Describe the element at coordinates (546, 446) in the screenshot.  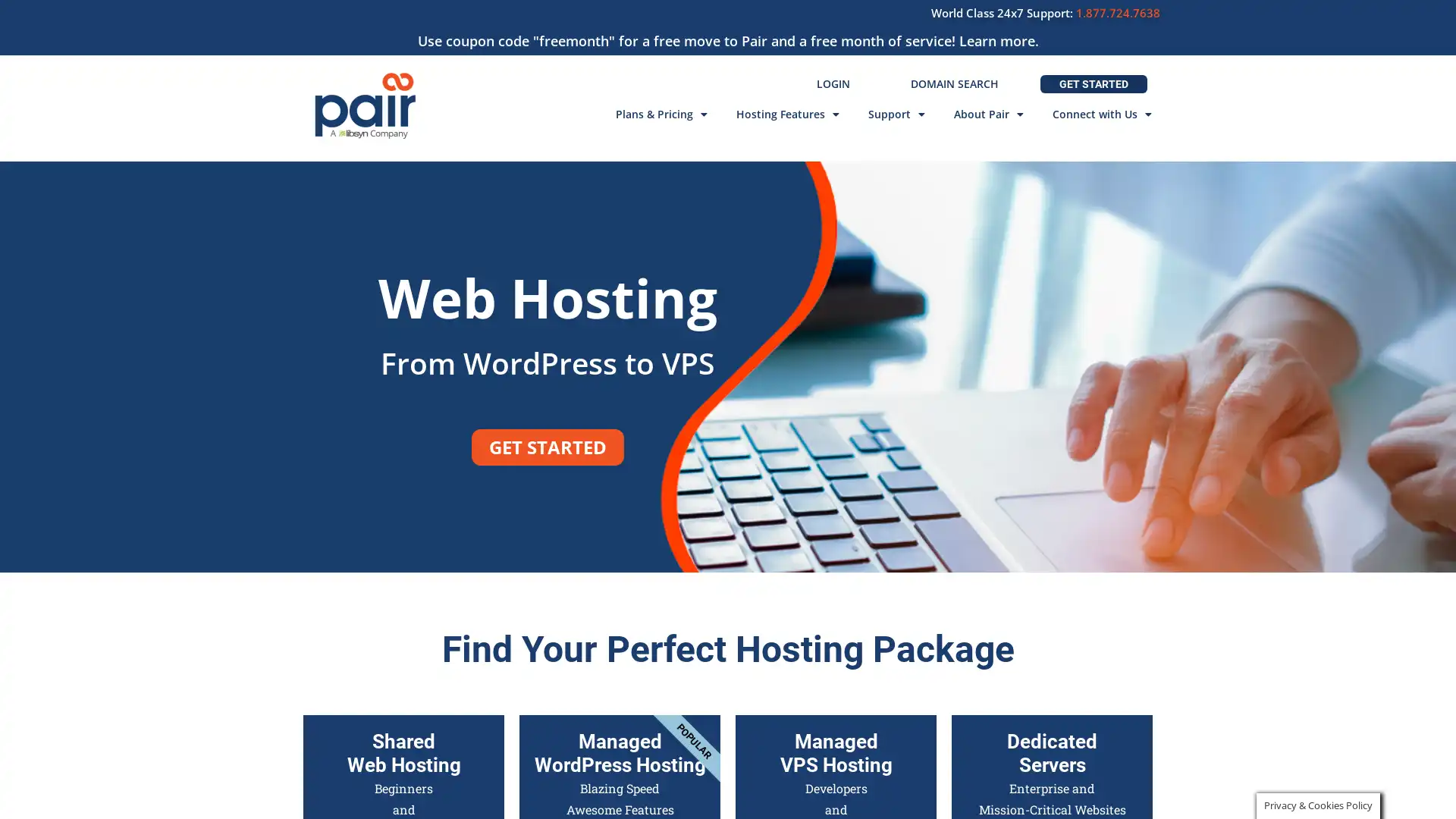
I see `GET STARTED` at that location.